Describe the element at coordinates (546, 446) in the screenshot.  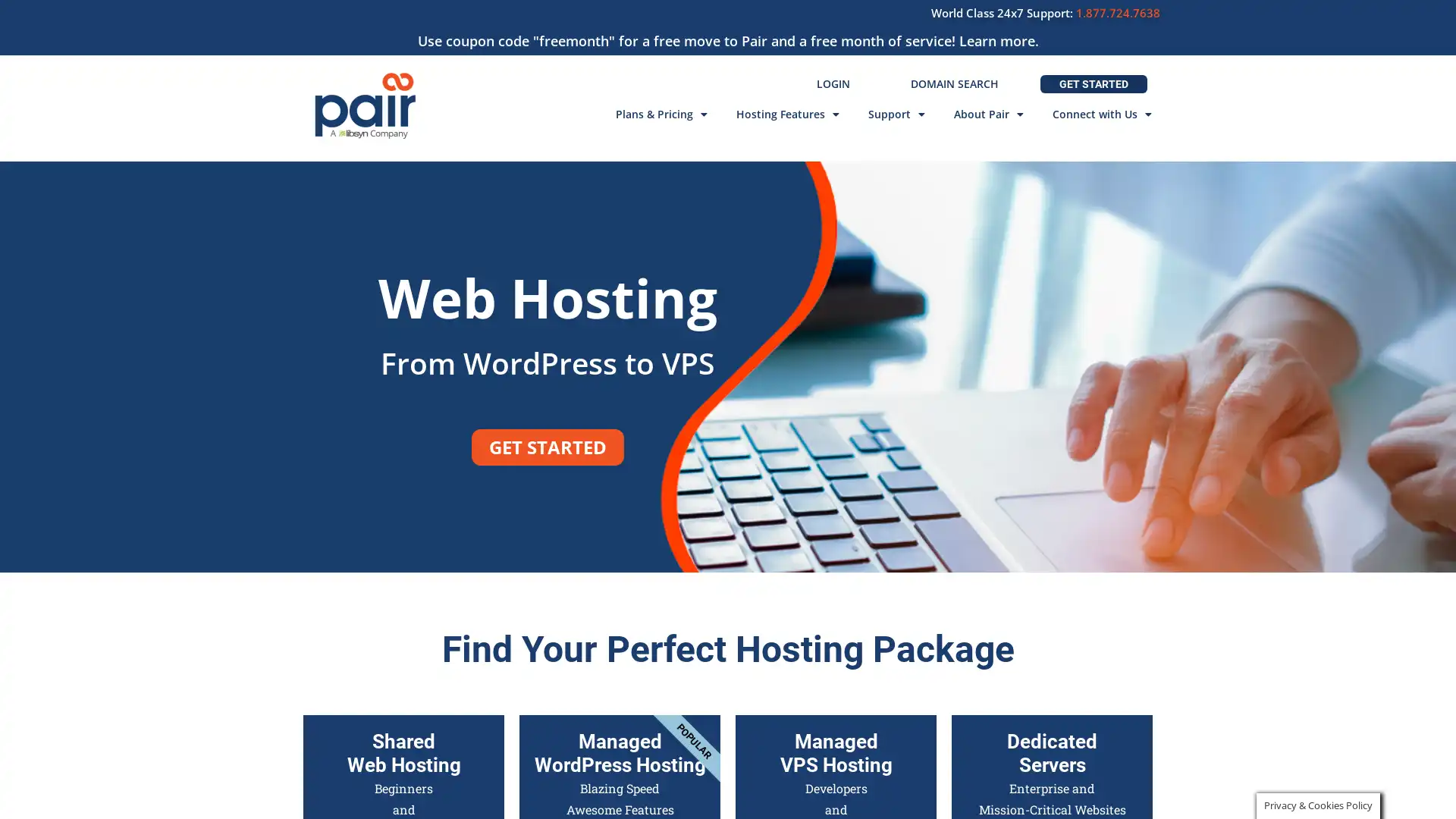
I see `GET STARTED` at that location.